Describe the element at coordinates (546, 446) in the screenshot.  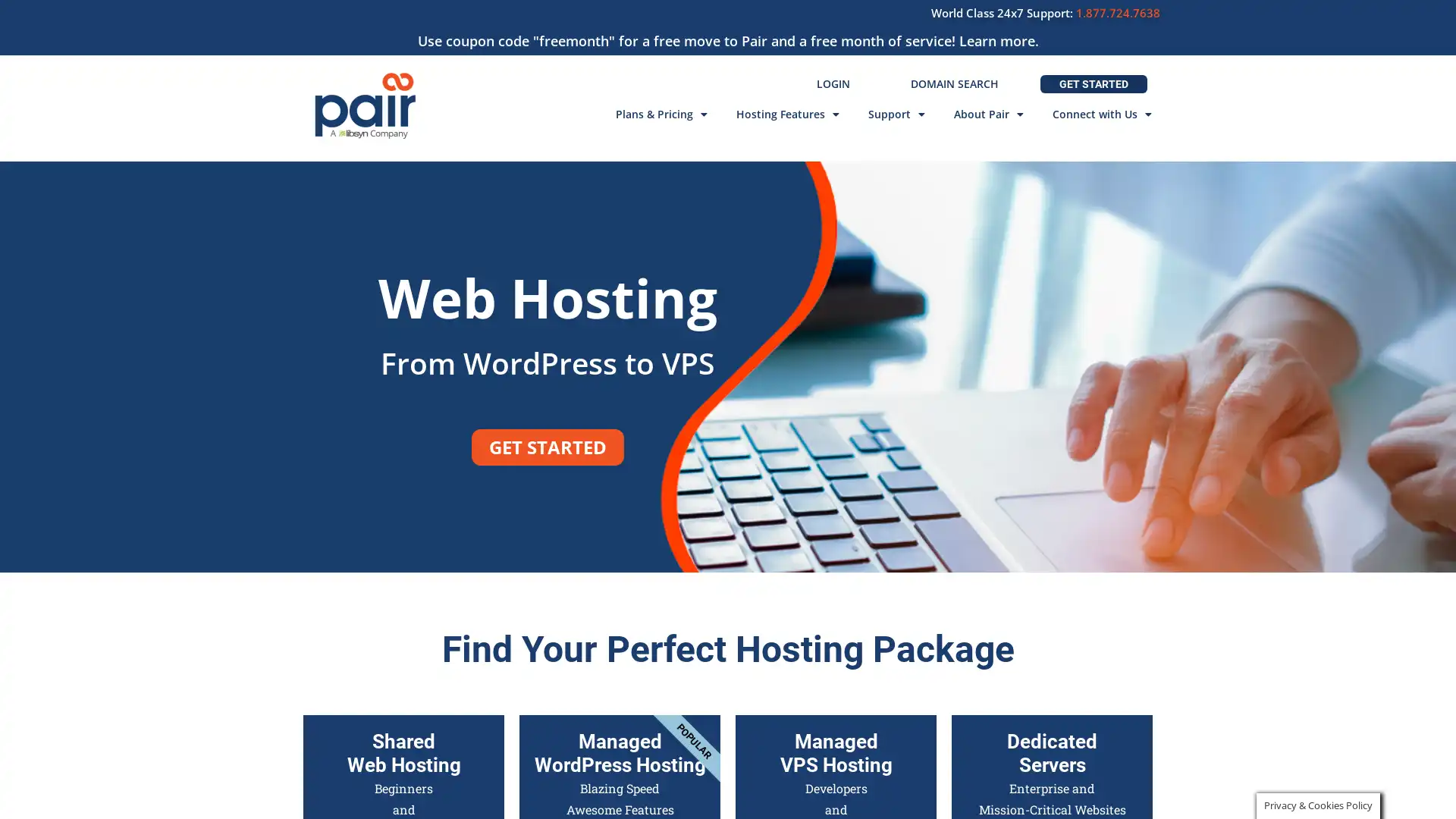
I see `GET STARTED` at that location.